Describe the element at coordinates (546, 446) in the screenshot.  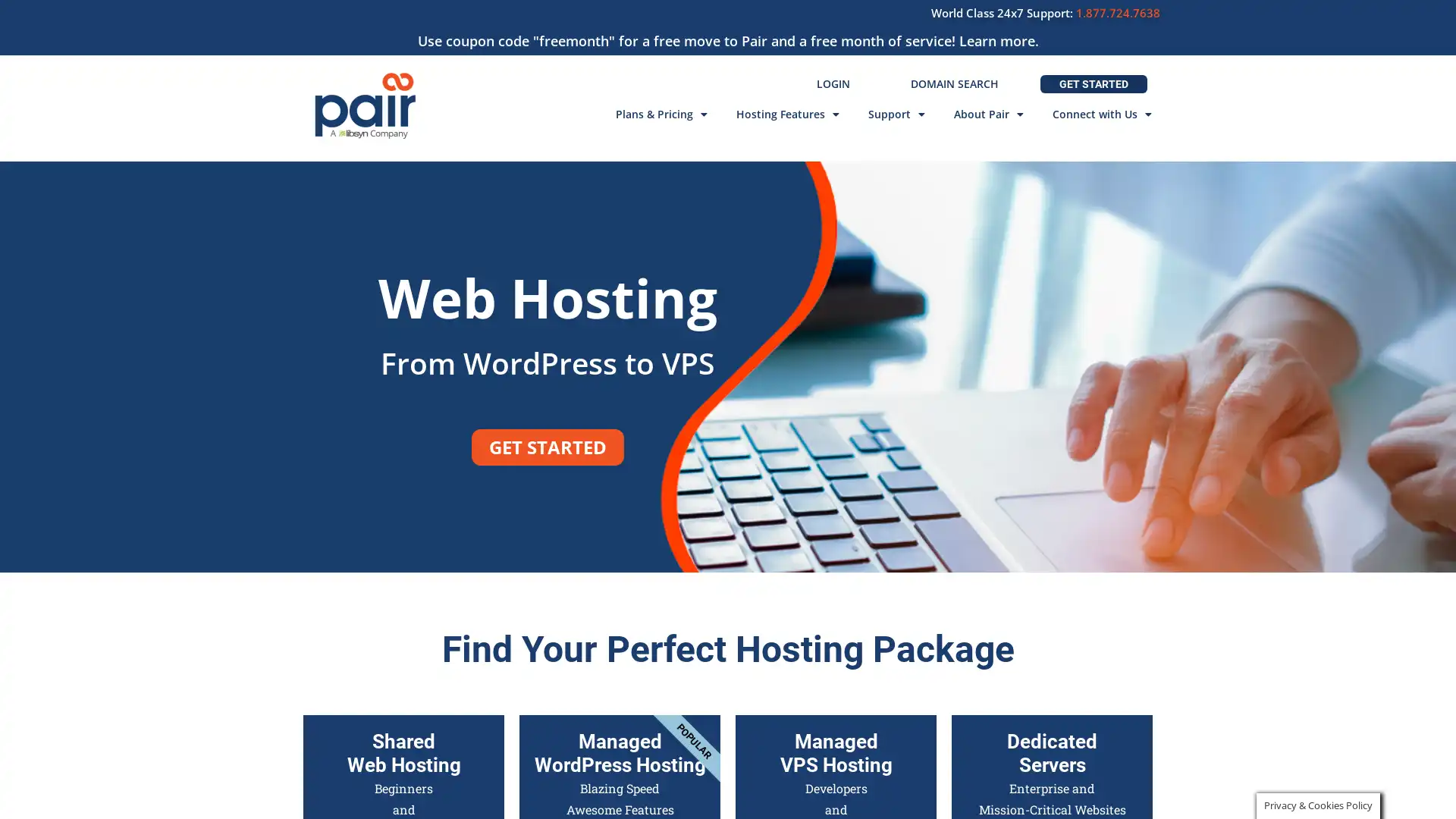
I see `GET STARTED` at that location.